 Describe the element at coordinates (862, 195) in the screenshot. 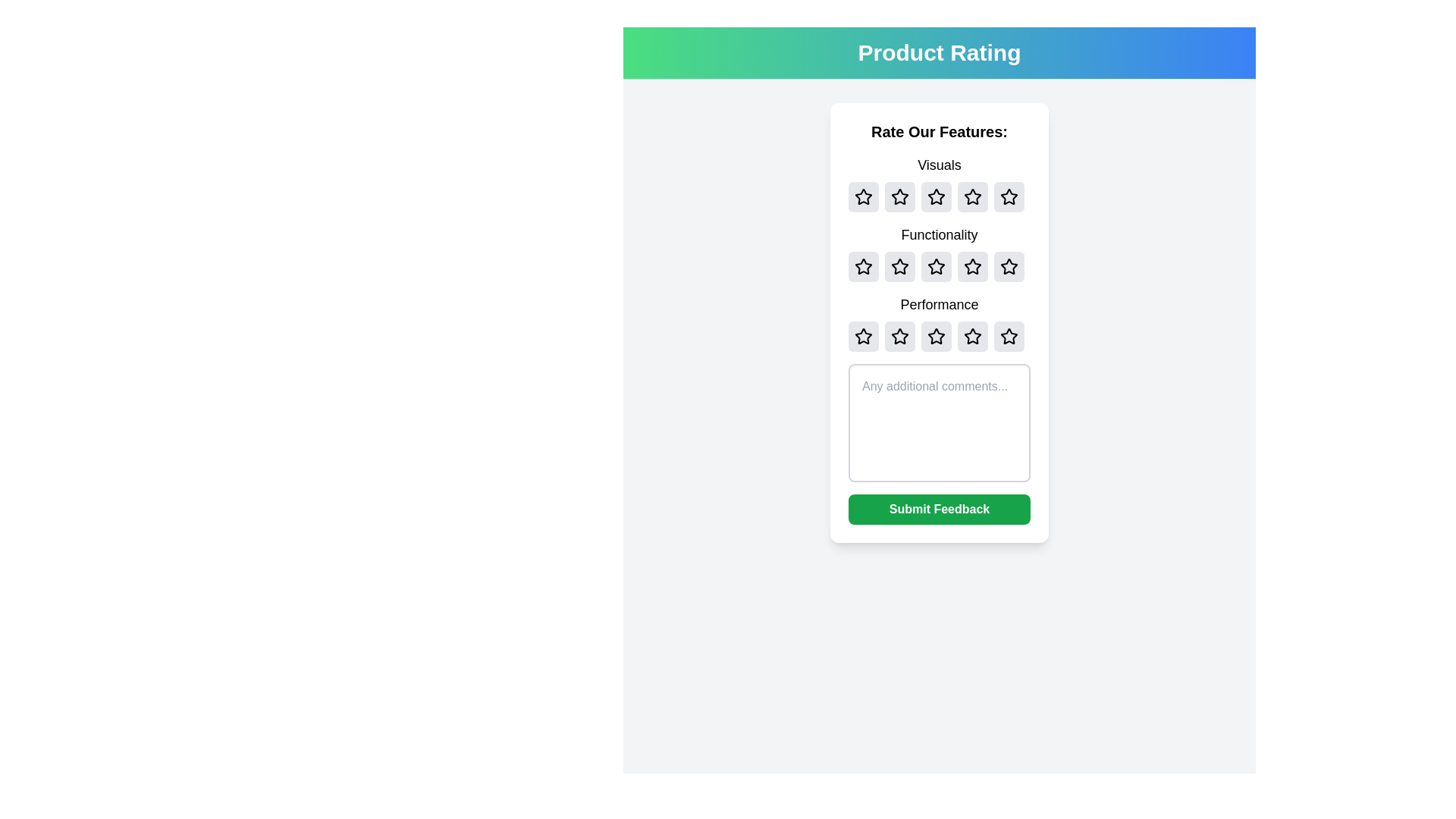

I see `the first star in the 'Visuals' rating section to rate it` at that location.